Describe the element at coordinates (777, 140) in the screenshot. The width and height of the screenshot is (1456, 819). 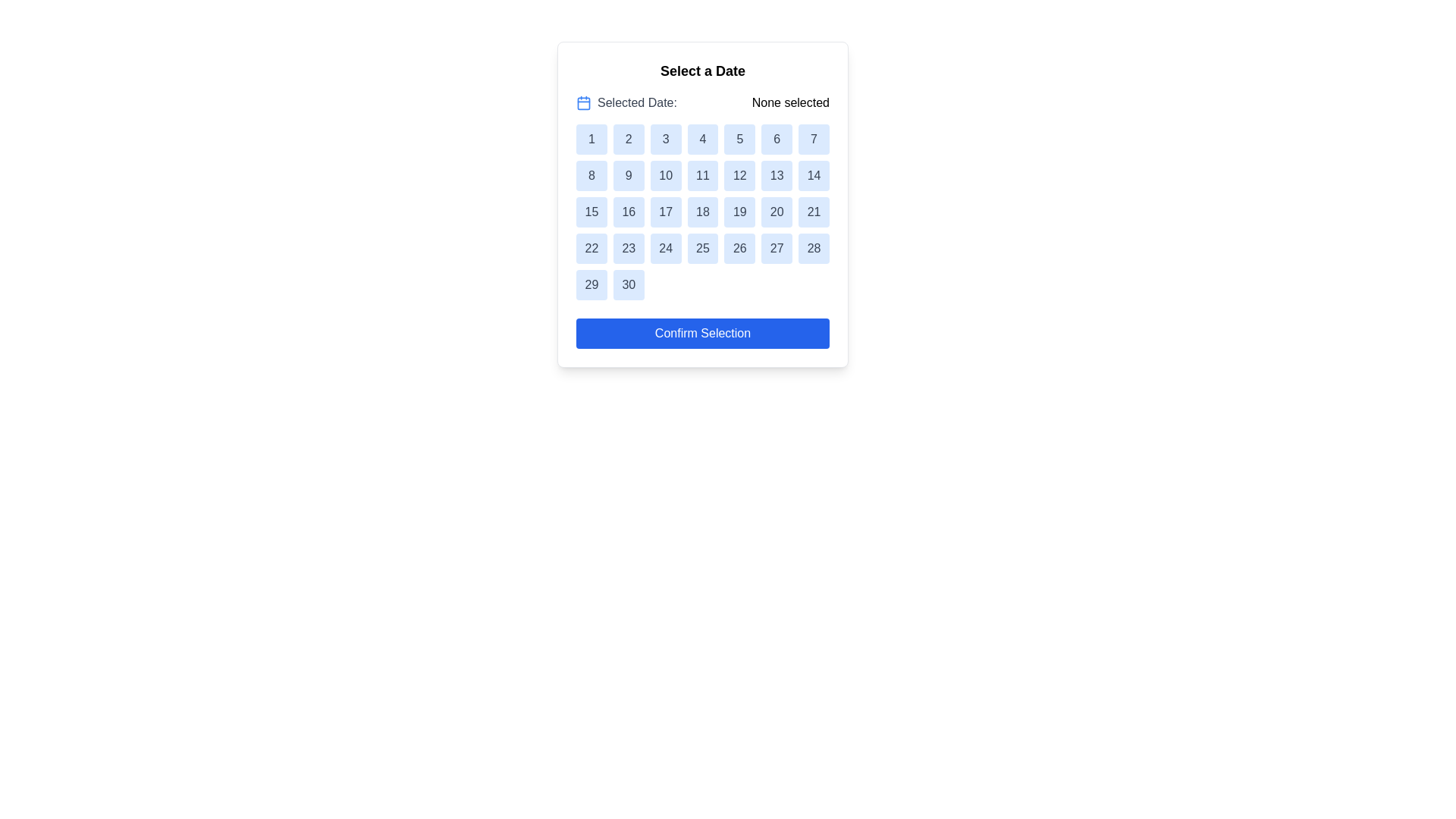
I see `the square button with a light blue background and the number '6' in gray` at that location.